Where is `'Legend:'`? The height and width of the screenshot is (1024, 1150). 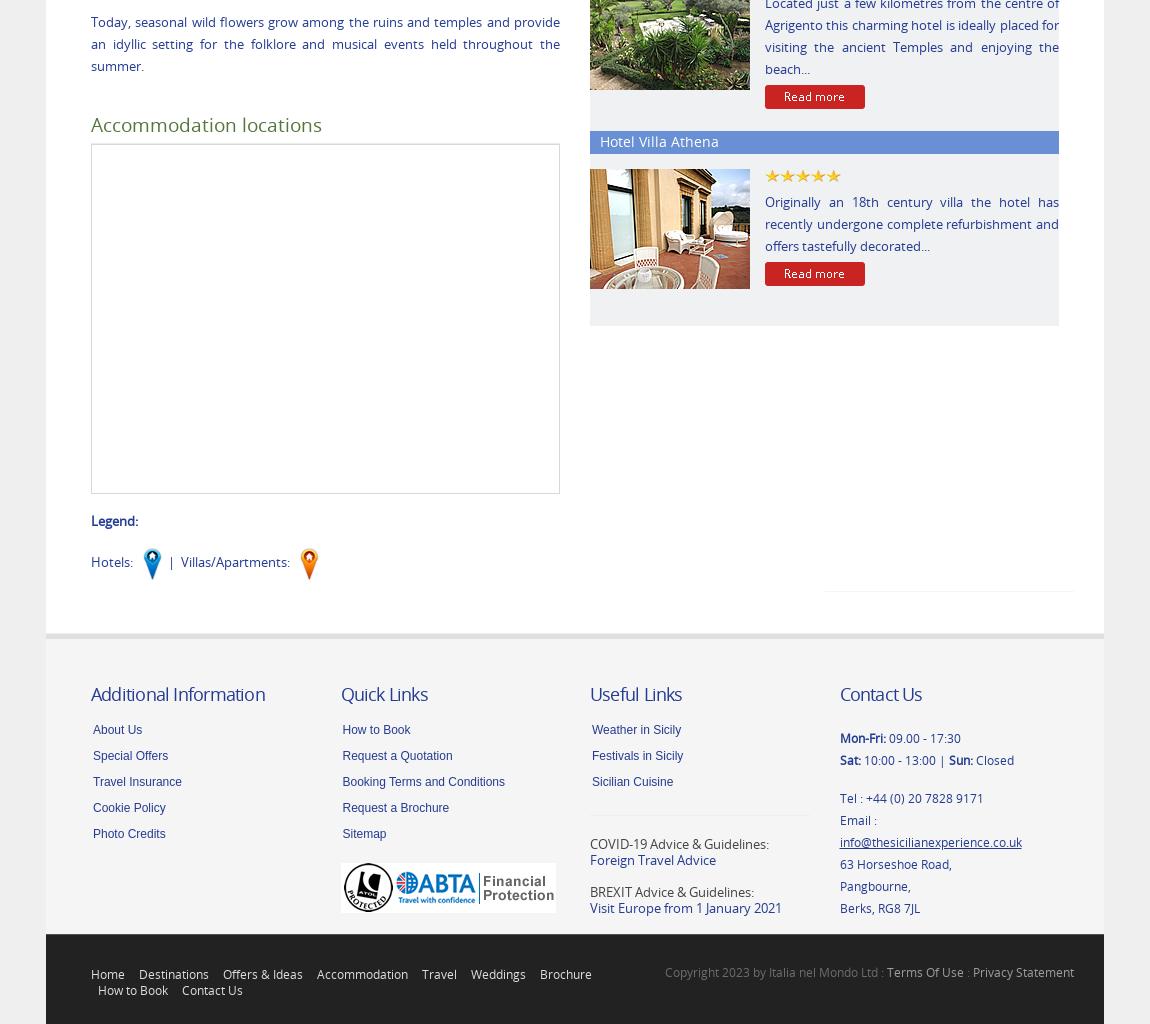 'Legend:' is located at coordinates (89, 519).